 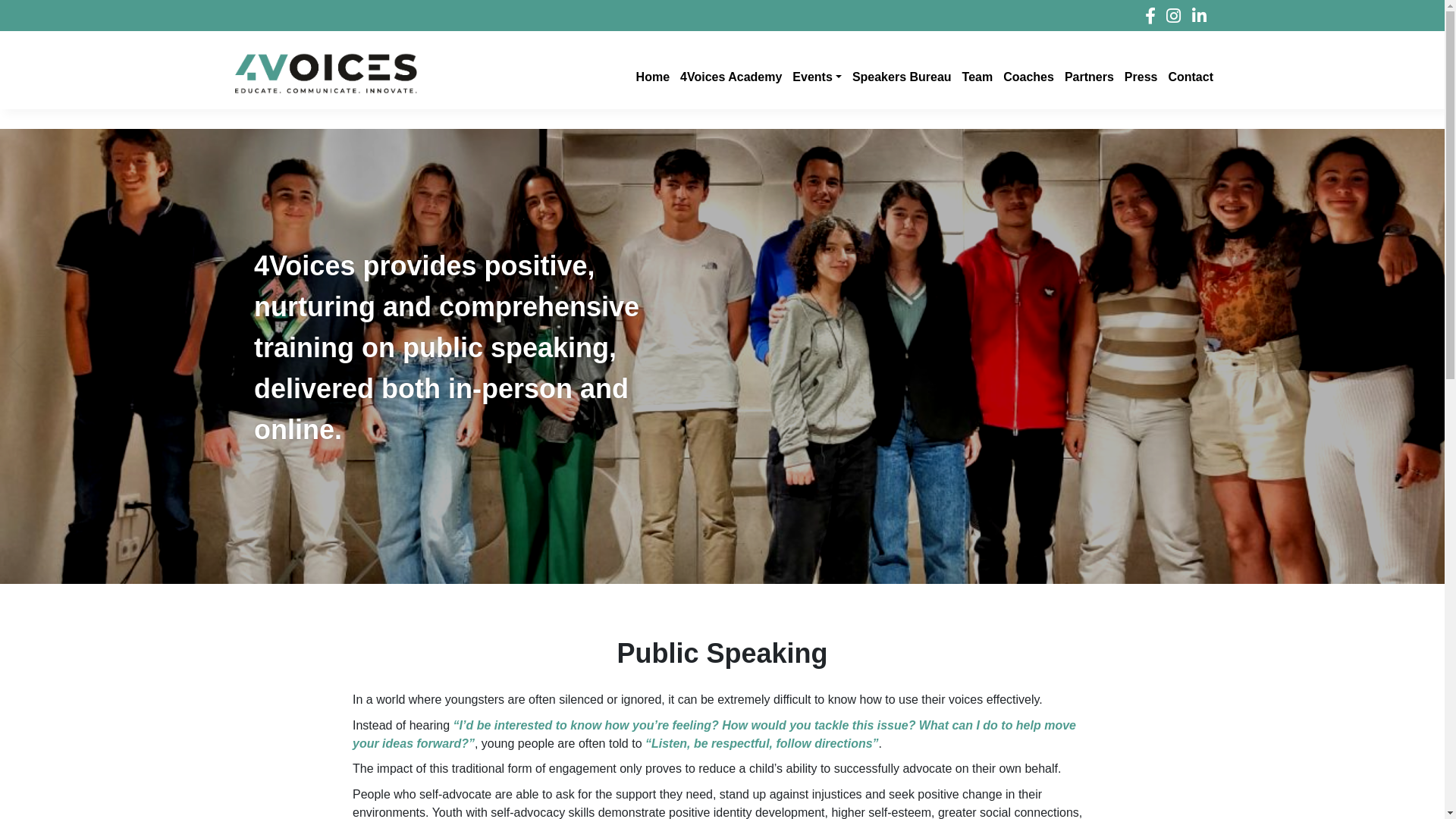 What do you see at coordinates (1188, 74) in the screenshot?
I see `'Contact'` at bounding box center [1188, 74].